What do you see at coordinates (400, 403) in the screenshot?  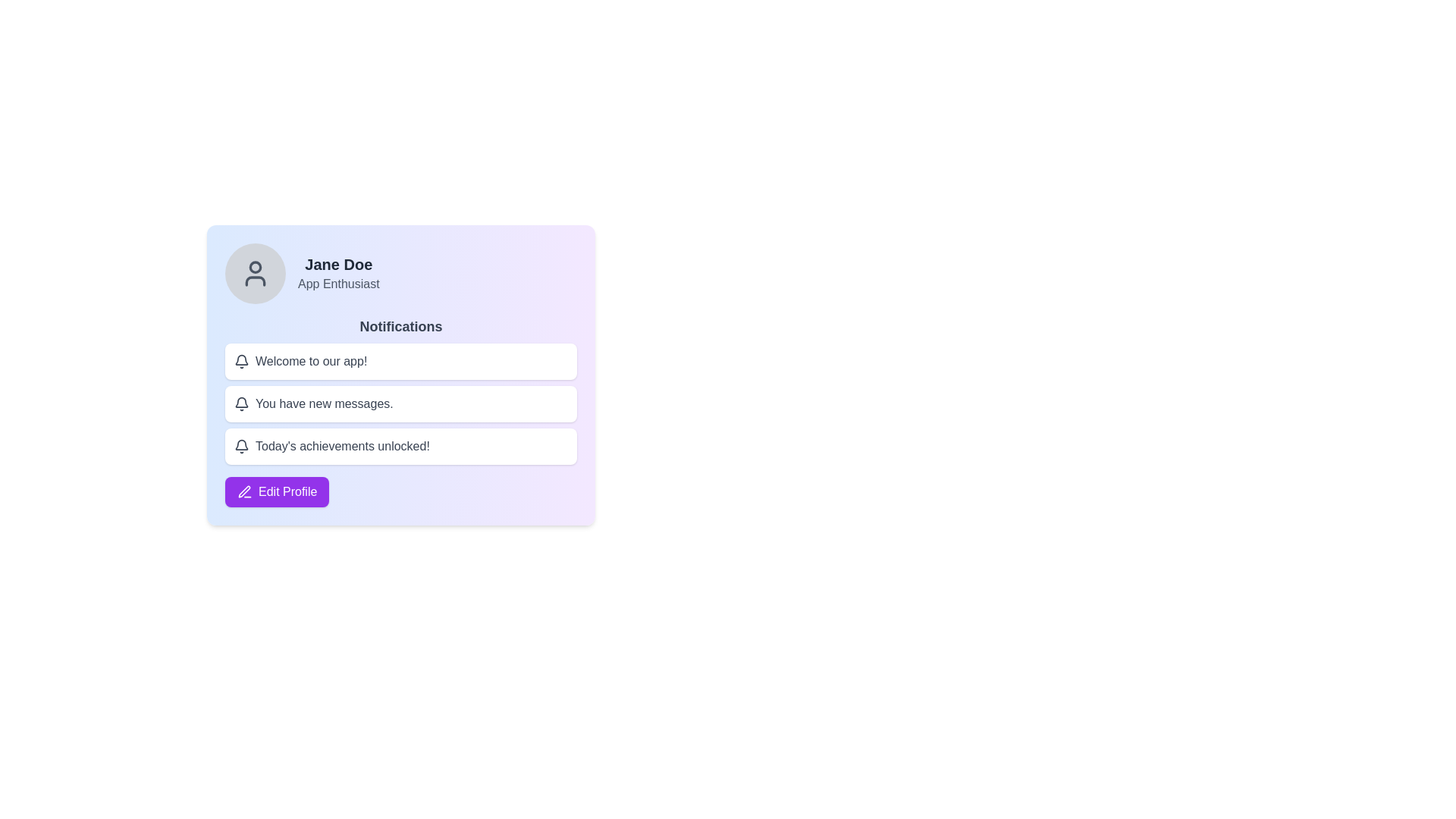 I see `the second notification item in the notification list to potentially reveal additional information` at bounding box center [400, 403].